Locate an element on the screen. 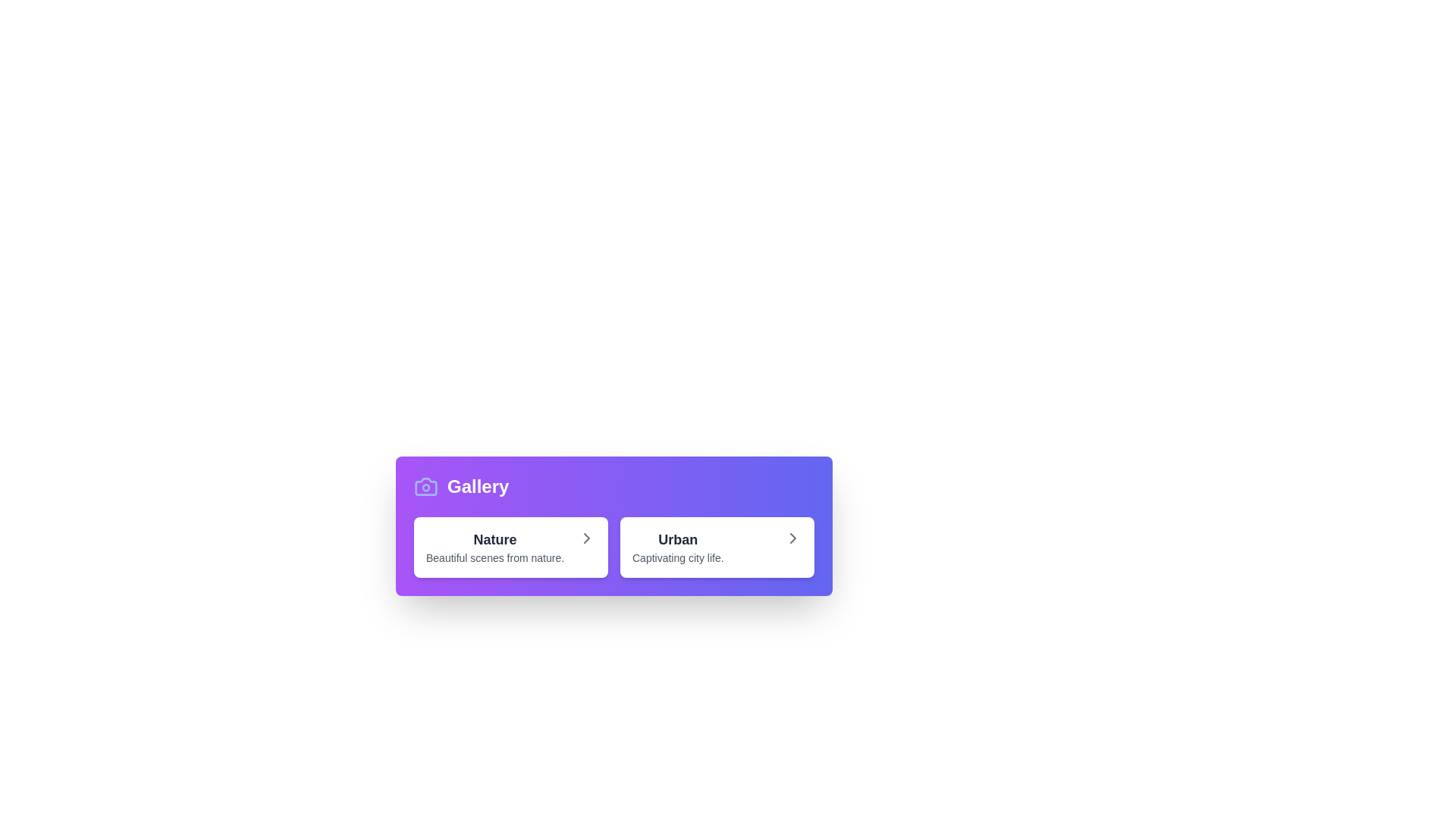  the text label 'Urban' which is styled in bold and large font, located at the top of the card on the right side of the panel labeled 'Gallery' is located at coordinates (677, 539).